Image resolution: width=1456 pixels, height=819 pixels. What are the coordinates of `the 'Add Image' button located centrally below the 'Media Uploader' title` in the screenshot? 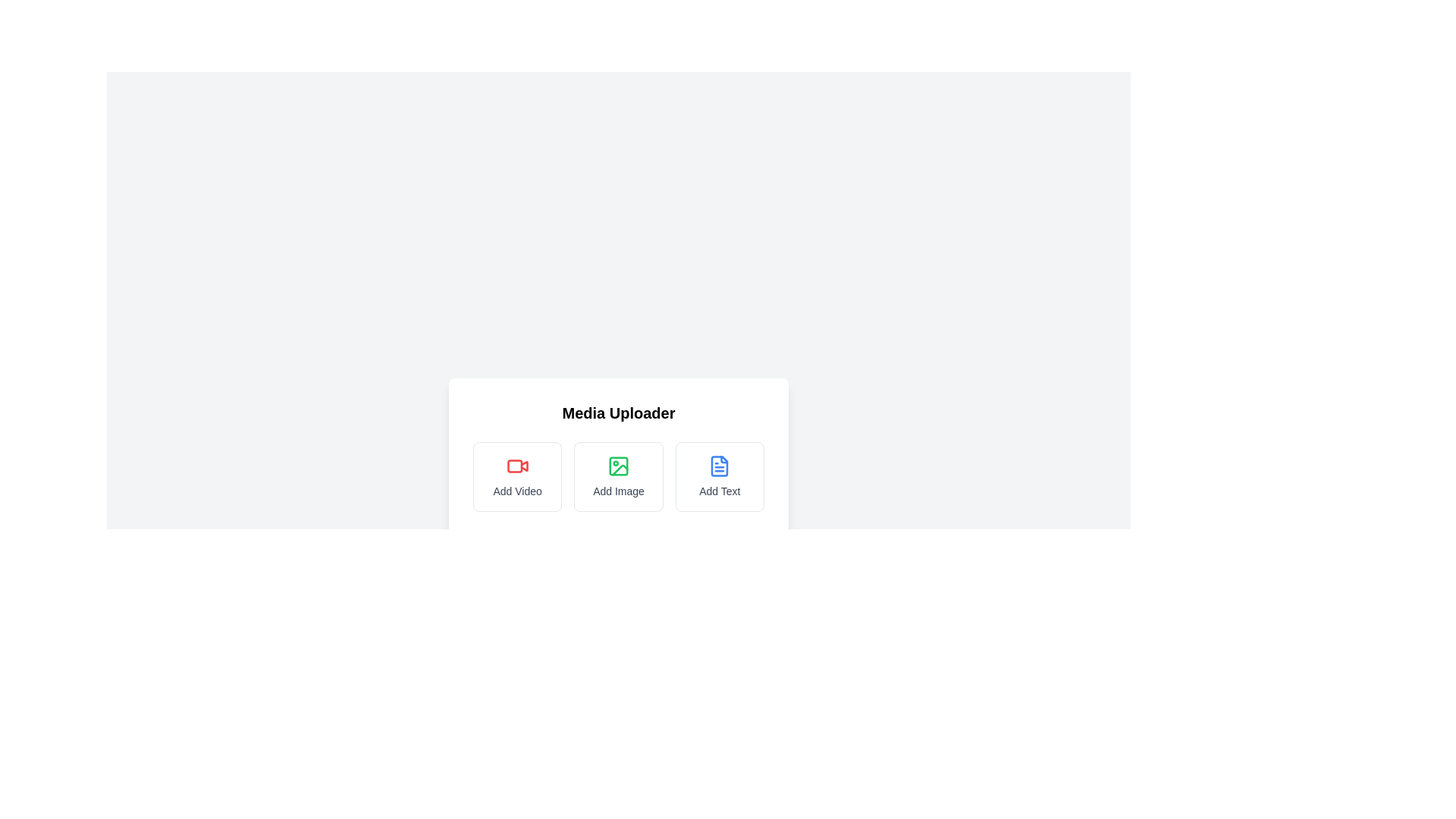 It's located at (619, 482).